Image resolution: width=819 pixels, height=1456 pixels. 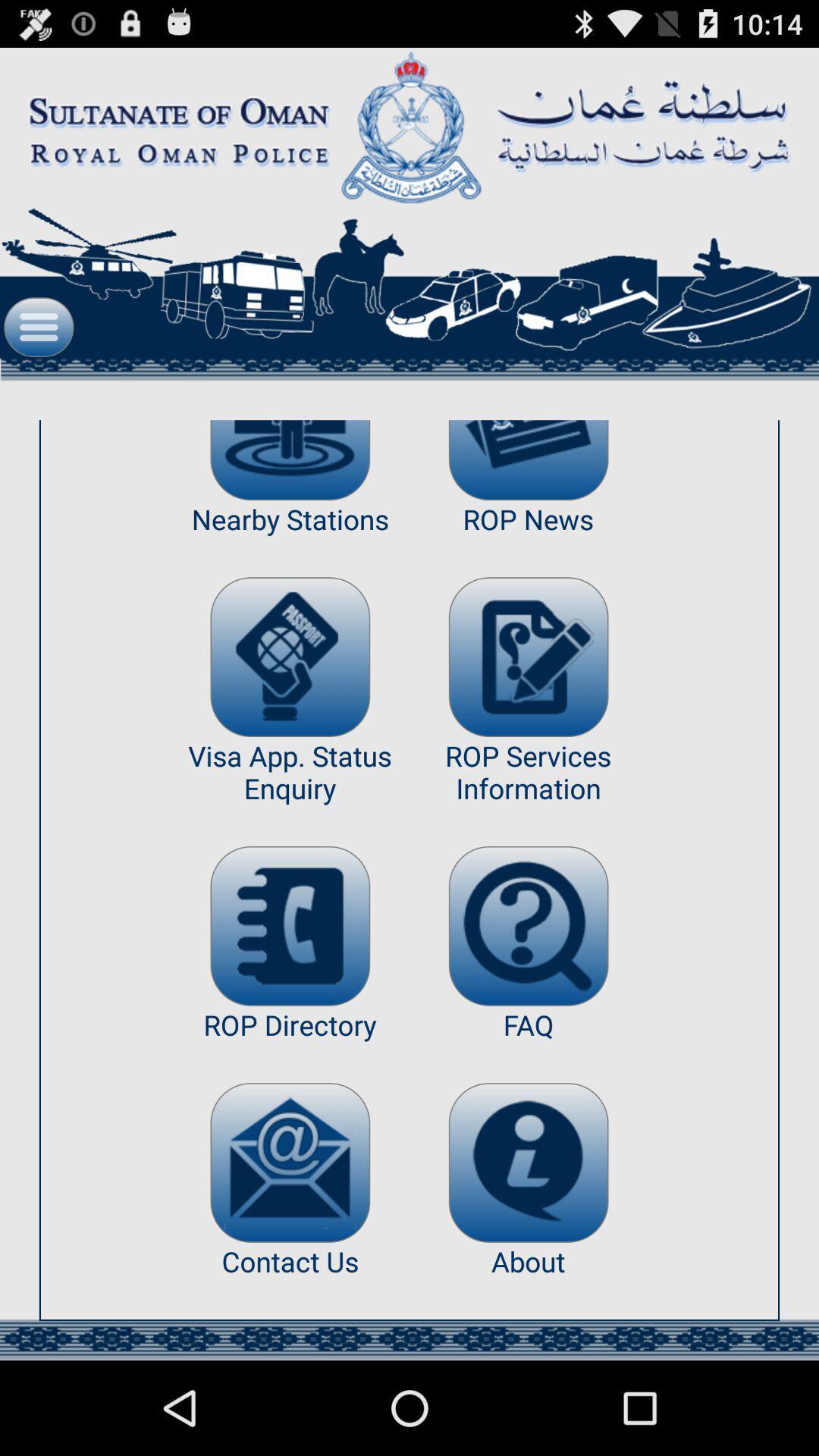 What do you see at coordinates (528, 925) in the screenshot?
I see `see frequently asked questions` at bounding box center [528, 925].